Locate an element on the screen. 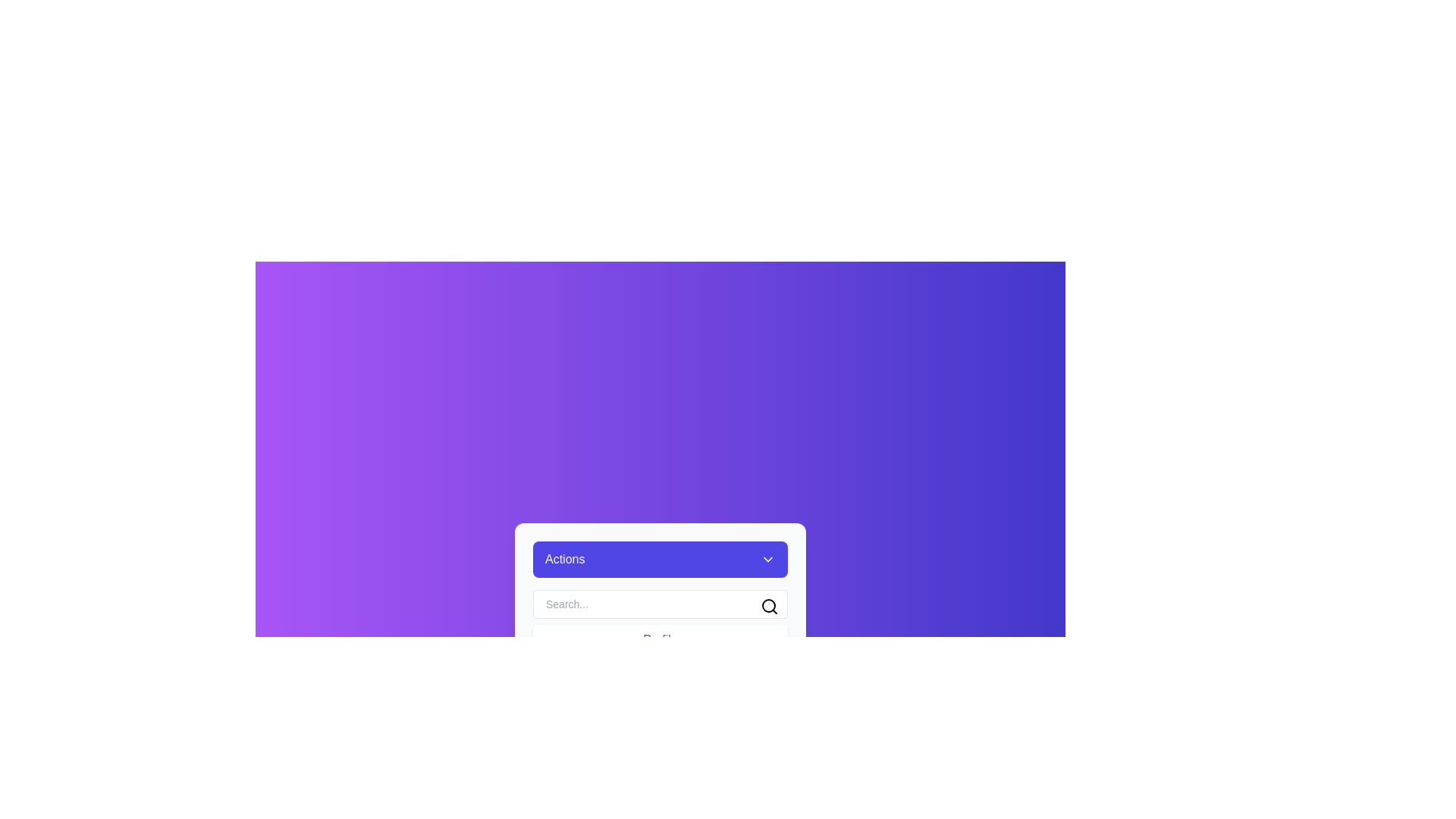 Image resolution: width=1456 pixels, height=819 pixels. the item Profile from the dropdown menu is located at coordinates (660, 640).